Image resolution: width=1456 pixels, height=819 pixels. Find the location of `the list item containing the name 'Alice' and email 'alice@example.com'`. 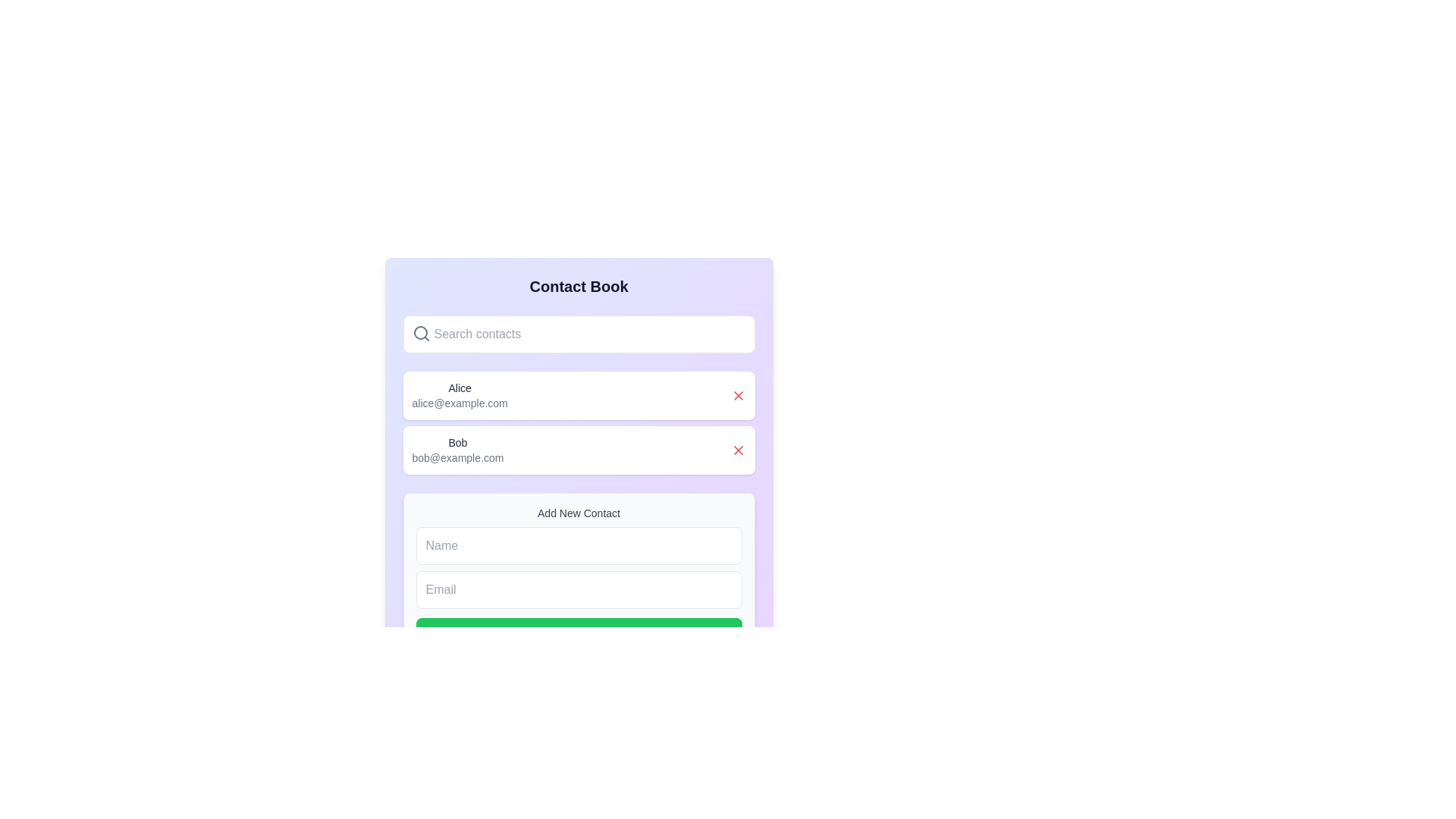

the list item containing the name 'Alice' and email 'alice@example.com' is located at coordinates (459, 394).